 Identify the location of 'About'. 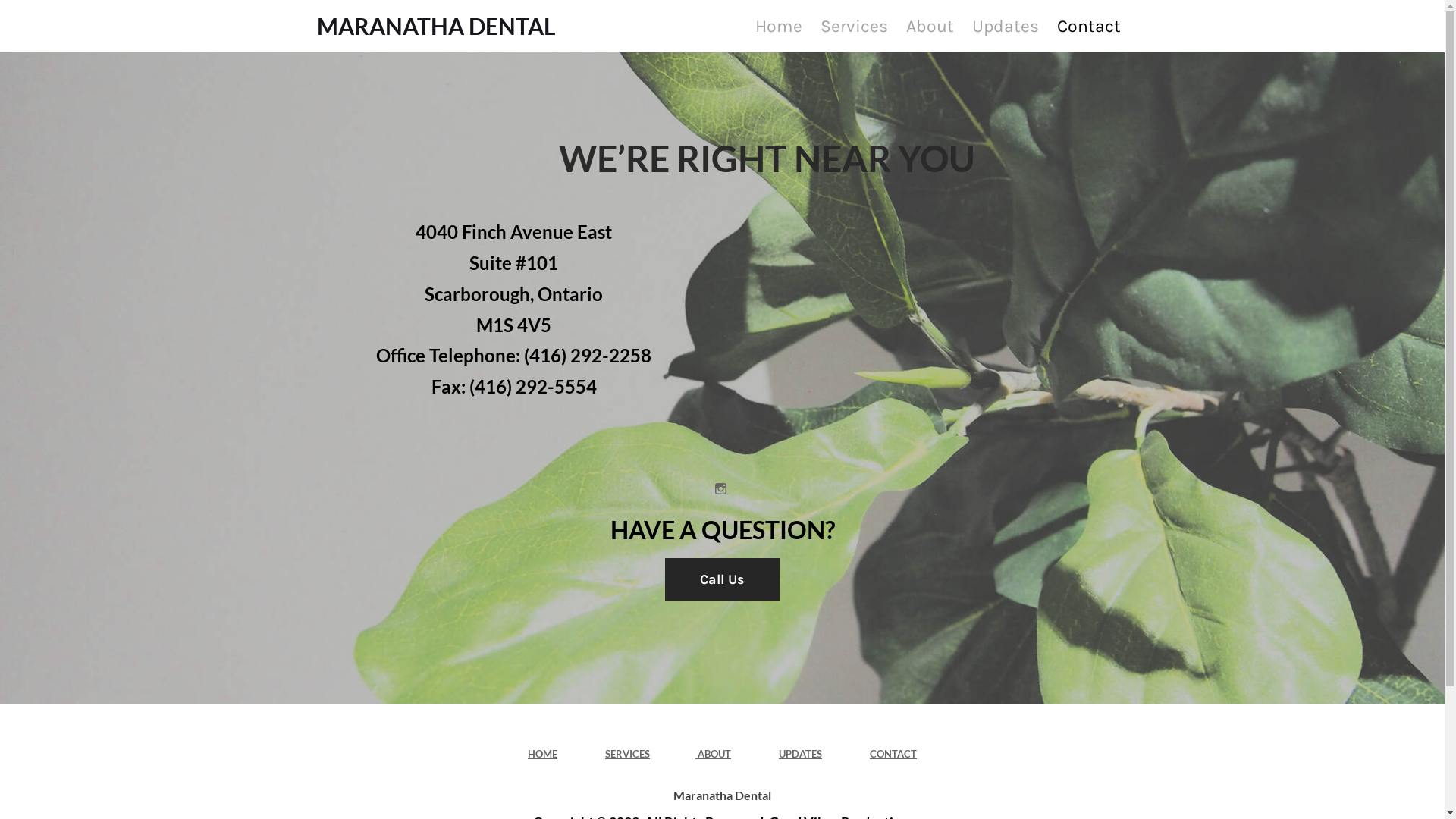
(929, 26).